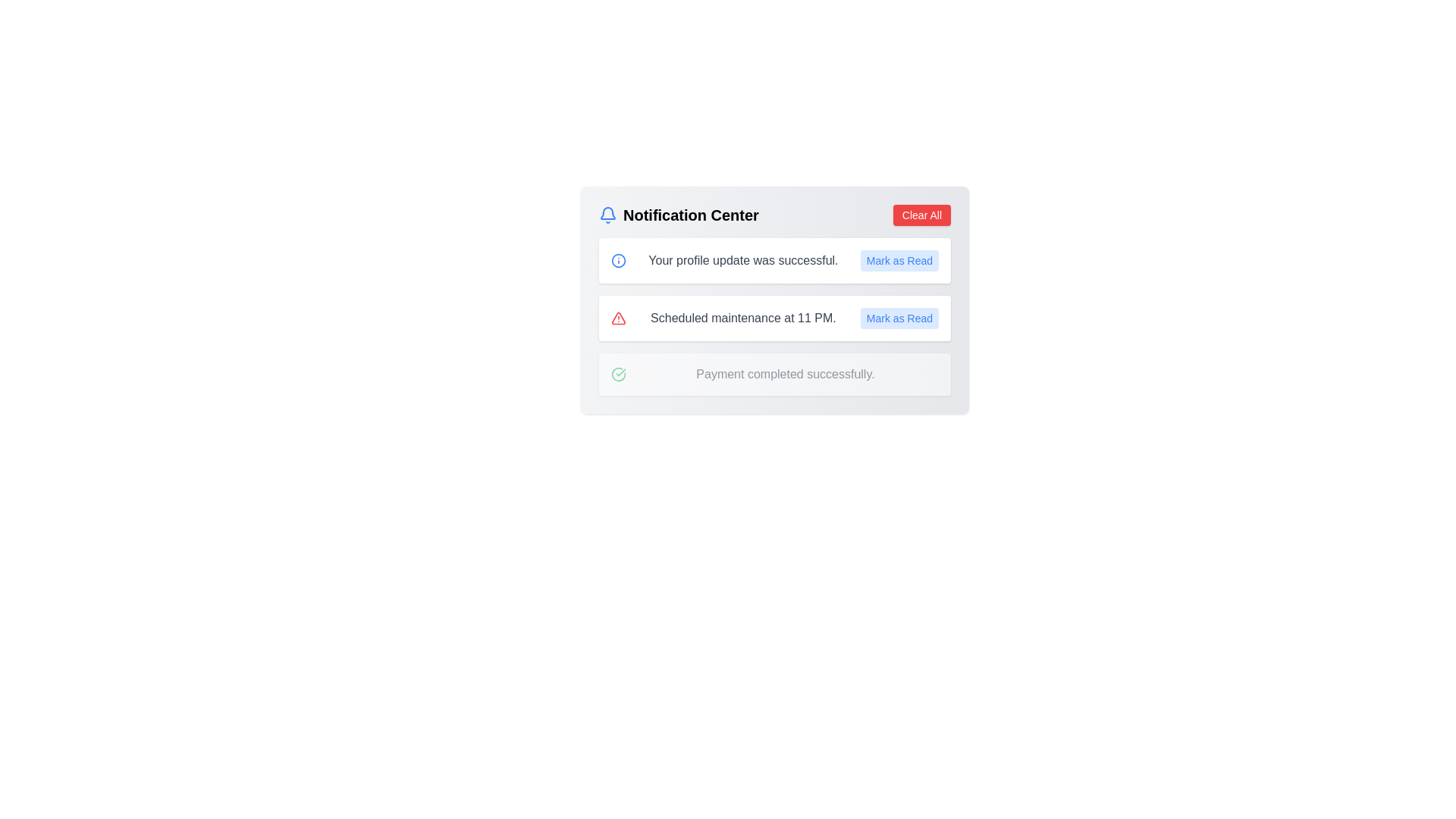 This screenshot has height=819, width=1456. I want to click on the 'Clear All' button with a red background and white text located in the top-right corner of the notification panel to clear all notifications, so click(921, 215).